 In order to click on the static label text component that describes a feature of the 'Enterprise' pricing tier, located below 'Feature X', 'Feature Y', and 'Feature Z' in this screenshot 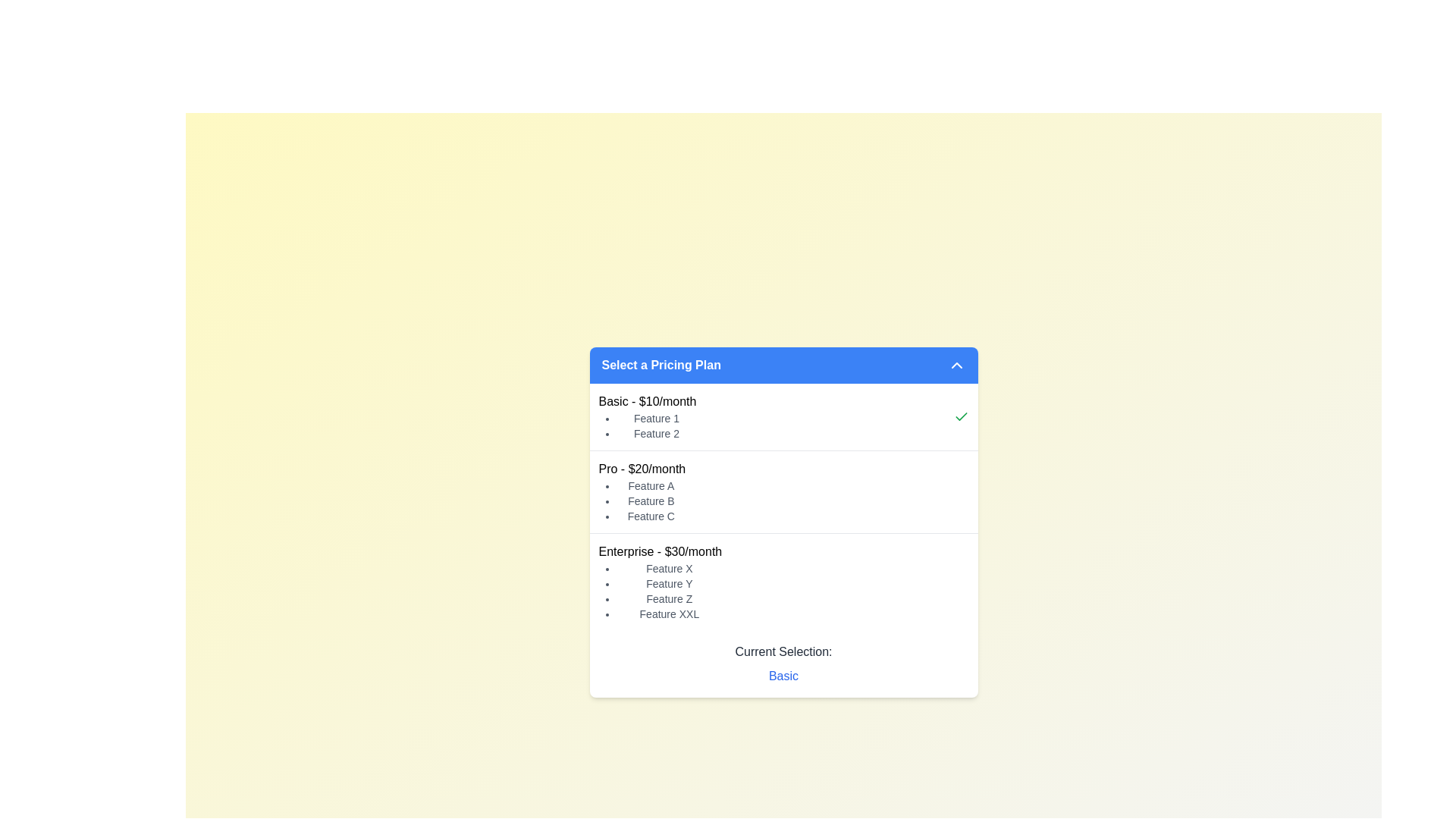, I will do `click(668, 614)`.